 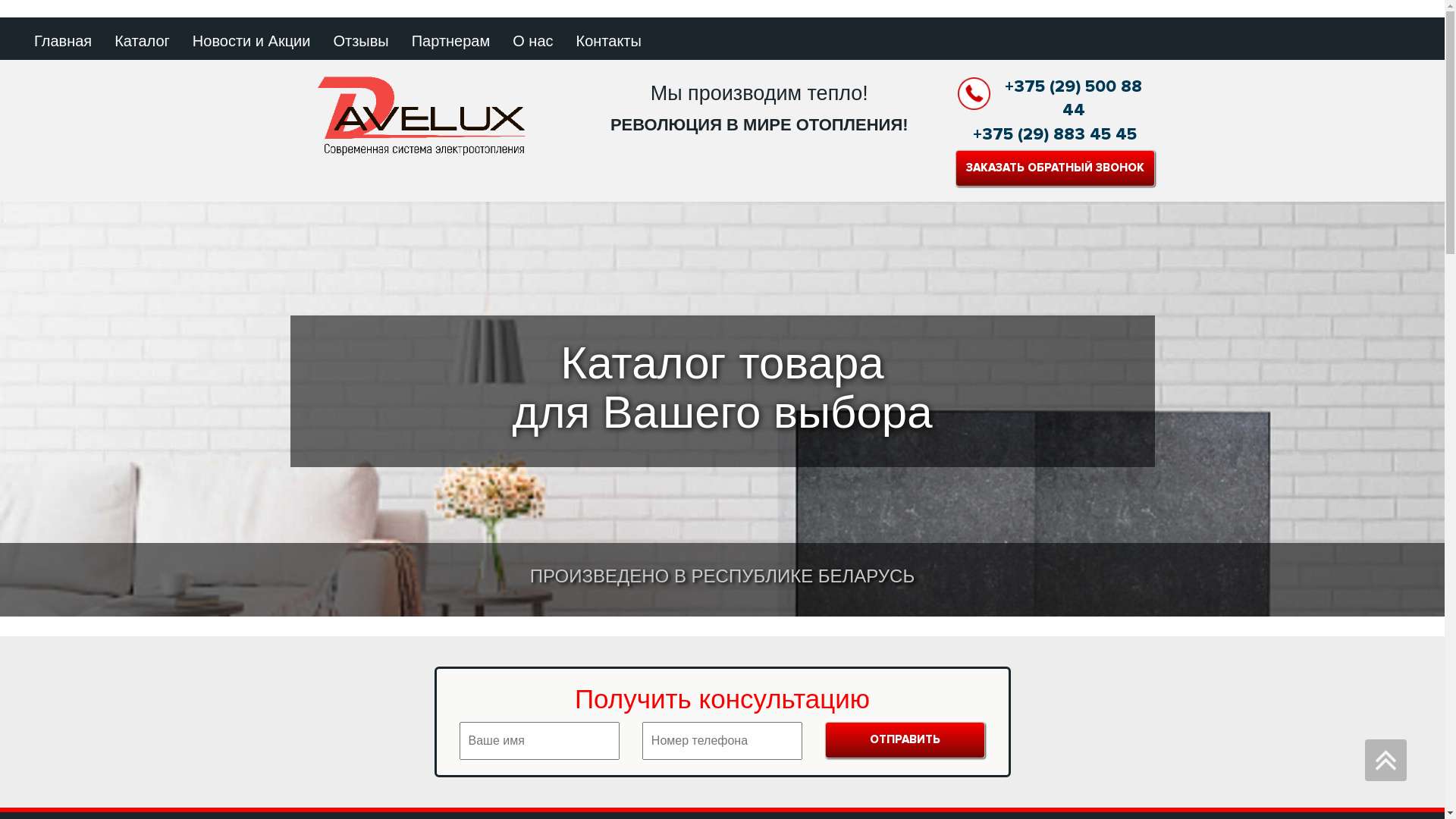 What do you see at coordinates (1054, 99) in the screenshot?
I see `'+375 (29) 500 88 44'` at bounding box center [1054, 99].